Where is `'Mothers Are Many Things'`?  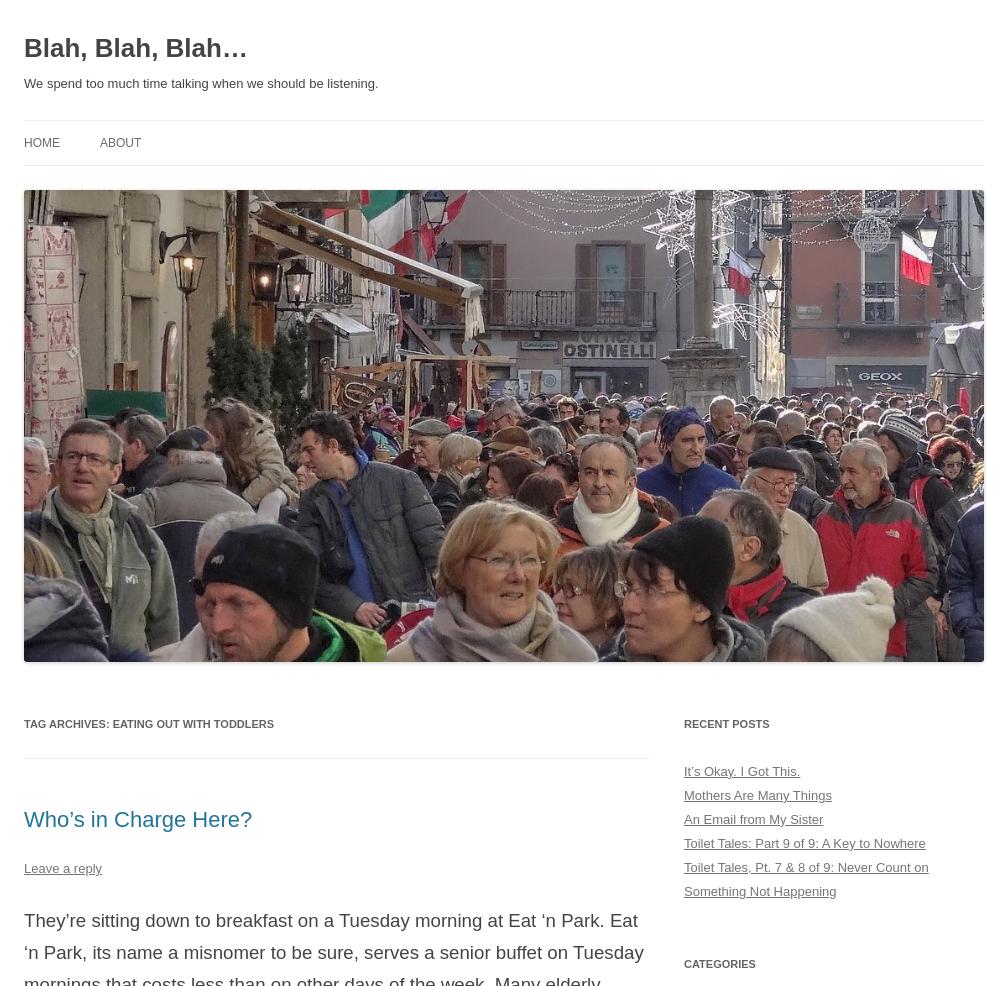
'Mothers Are Many Things' is located at coordinates (684, 794).